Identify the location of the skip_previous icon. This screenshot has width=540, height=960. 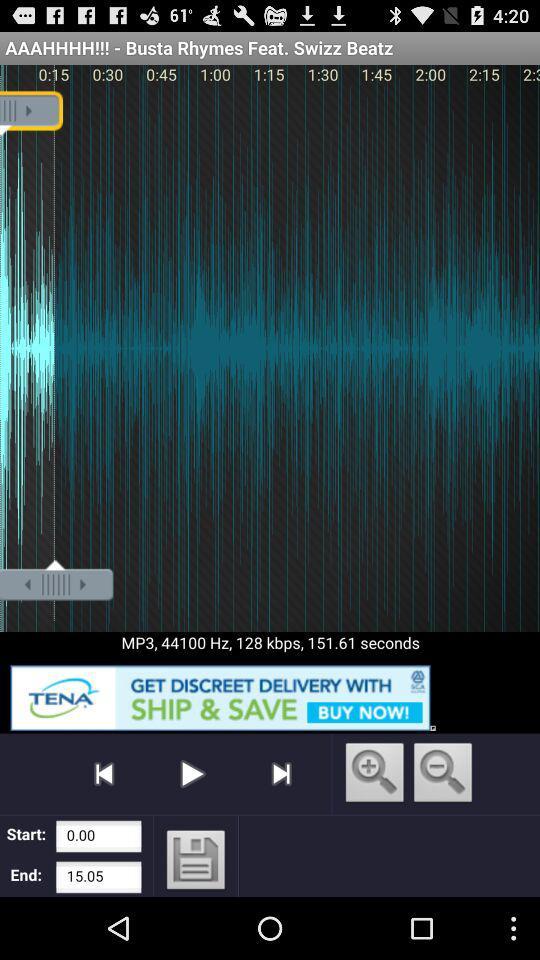
(104, 828).